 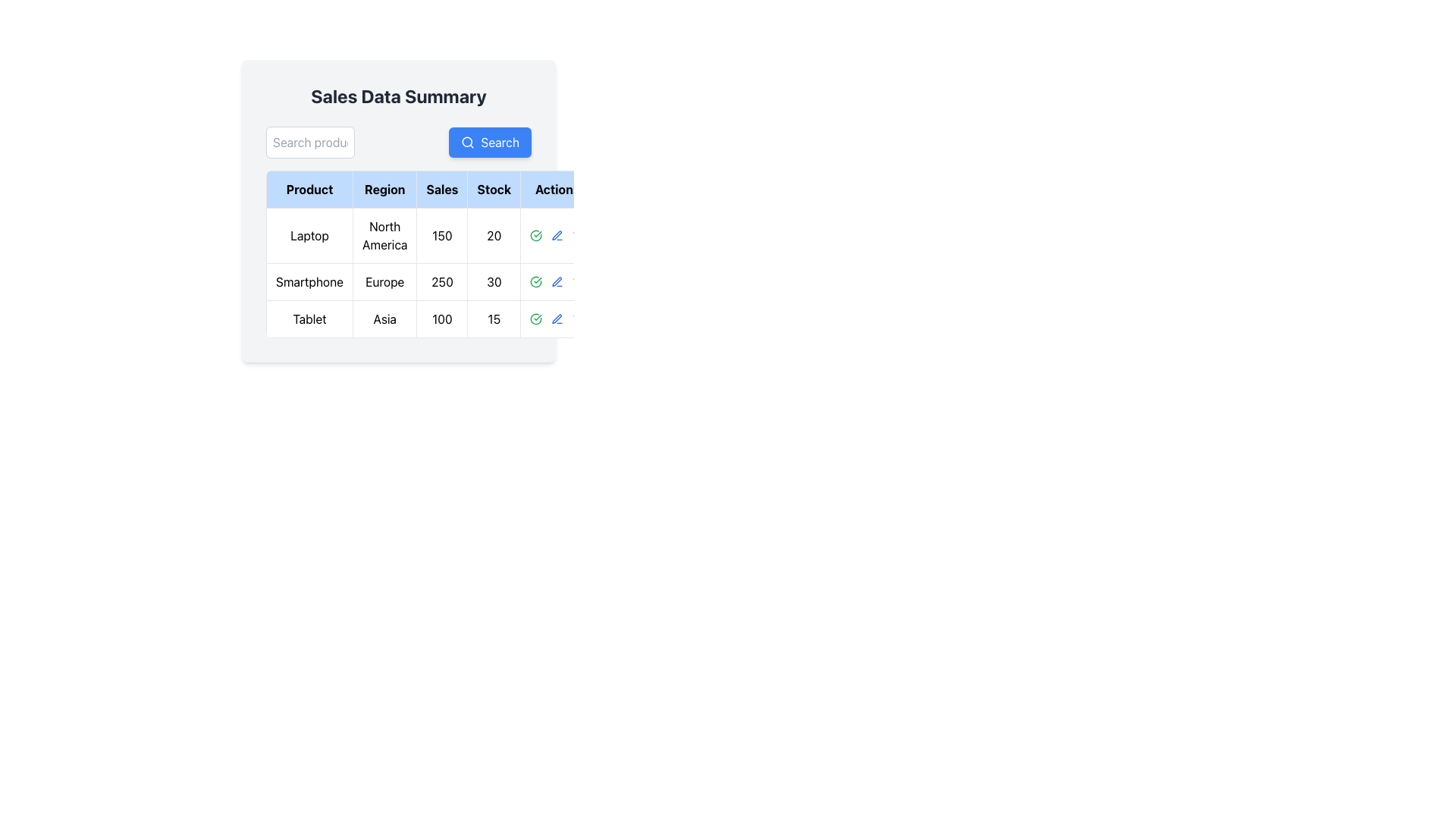 What do you see at coordinates (494, 236) in the screenshot?
I see `the Label displaying the number '20' in the 'Stock' column of the 'Laptop' row in the data table` at bounding box center [494, 236].